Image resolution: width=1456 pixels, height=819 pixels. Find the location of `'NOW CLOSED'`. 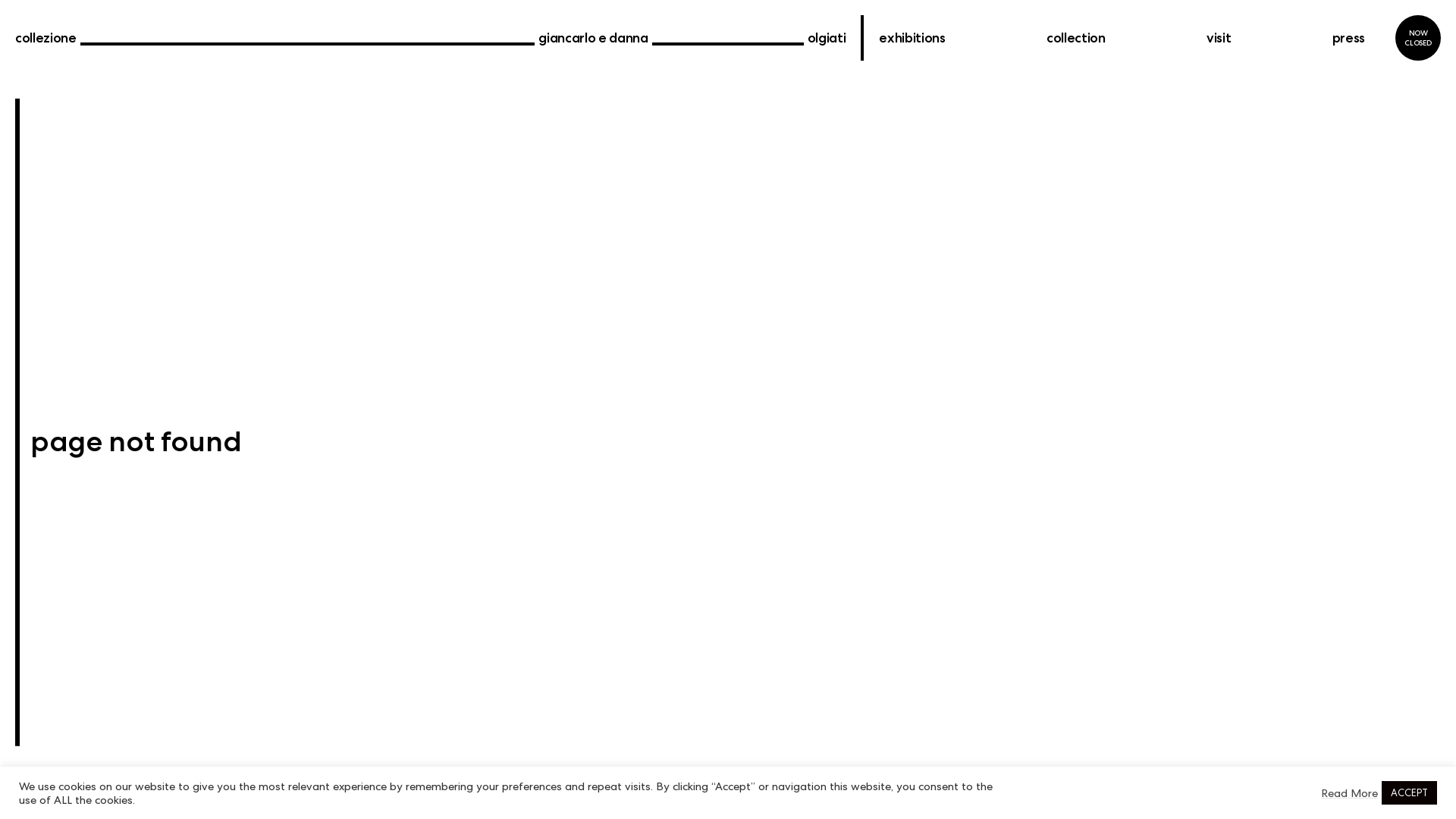

'NOW CLOSED' is located at coordinates (1395, 37).